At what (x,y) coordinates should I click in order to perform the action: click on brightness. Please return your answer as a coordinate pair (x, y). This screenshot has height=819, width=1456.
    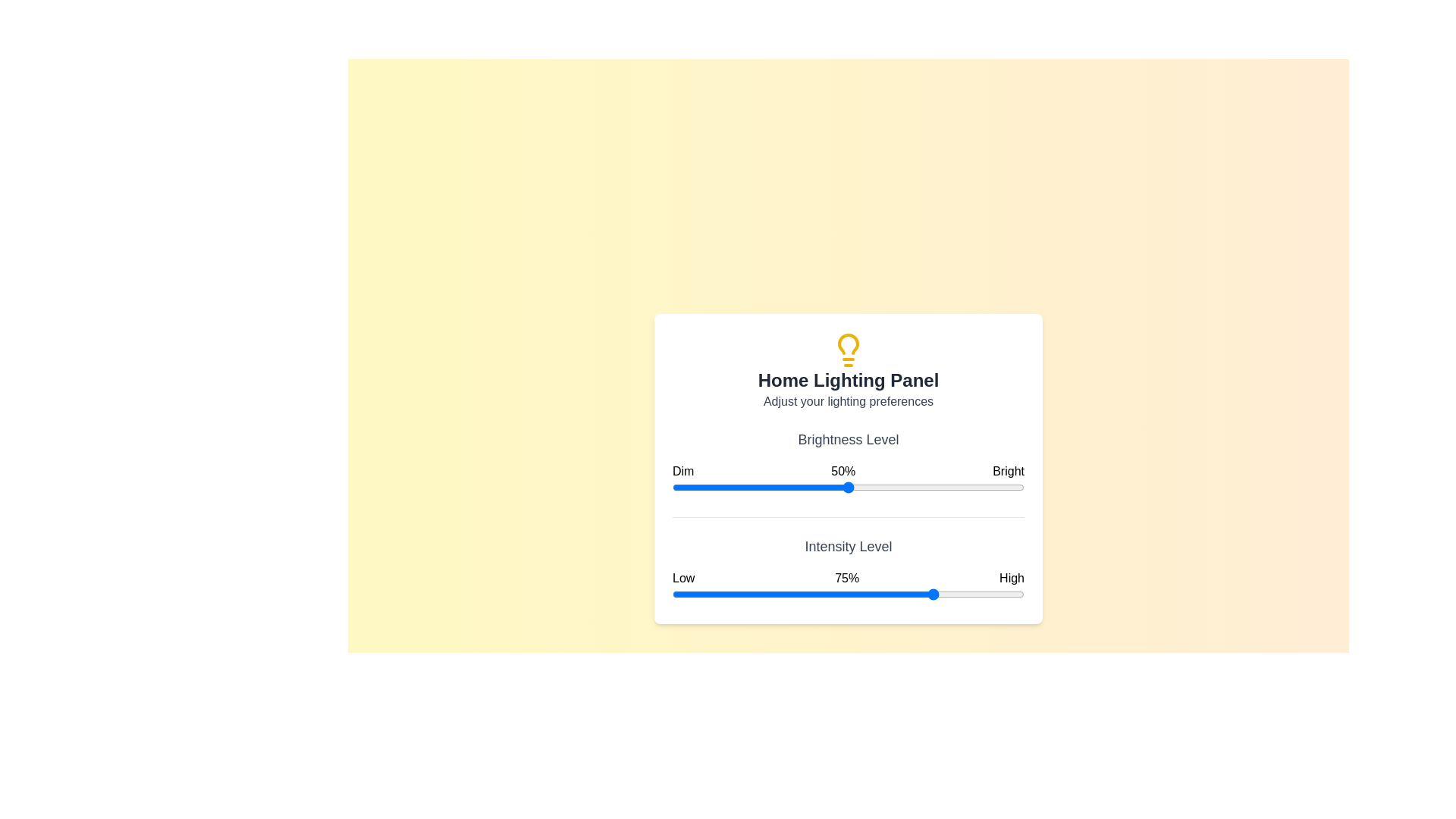
    Looking at the image, I should click on (986, 487).